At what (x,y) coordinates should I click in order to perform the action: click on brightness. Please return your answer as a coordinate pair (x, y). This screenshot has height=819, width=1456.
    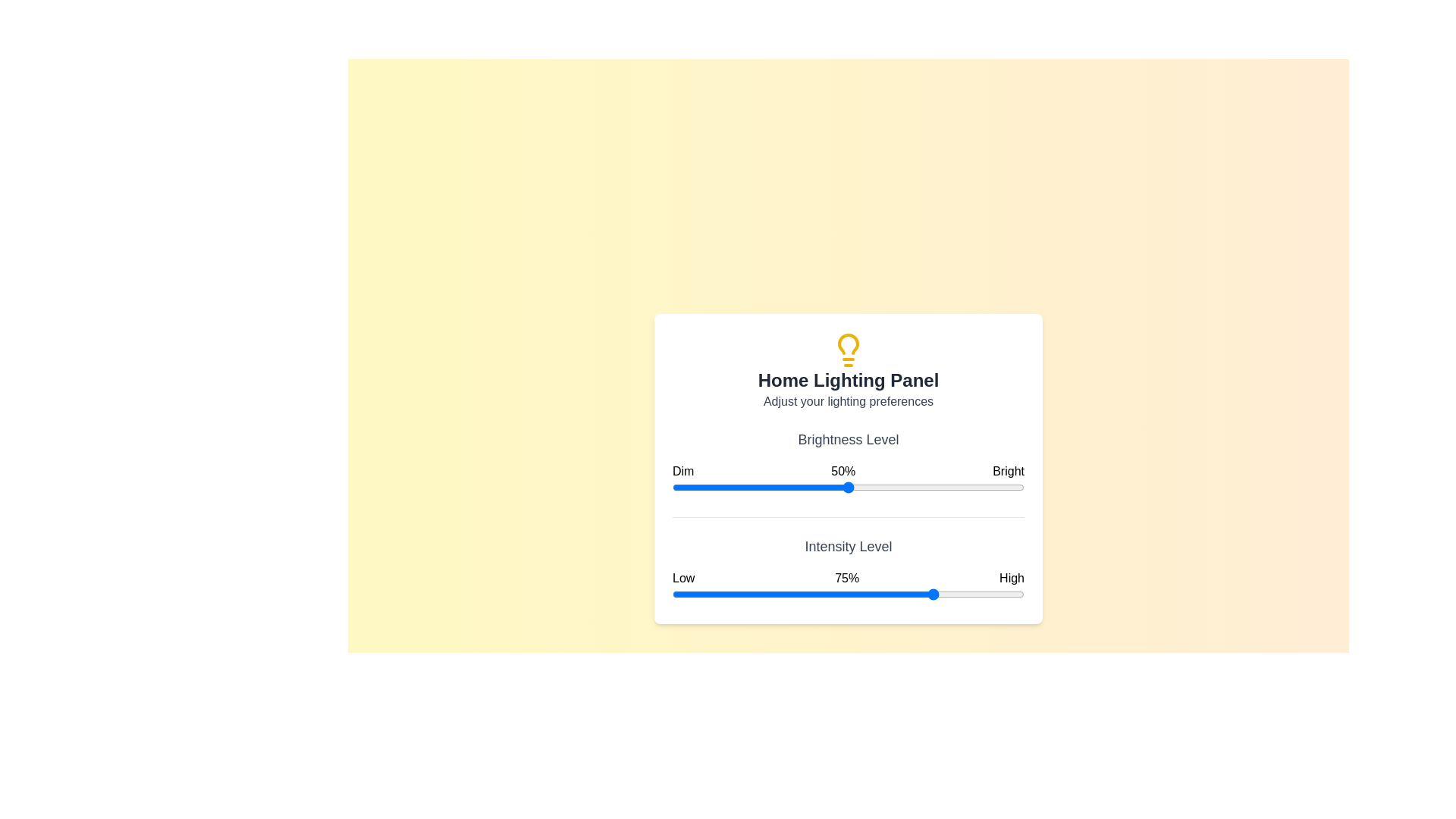
    Looking at the image, I should click on (986, 487).